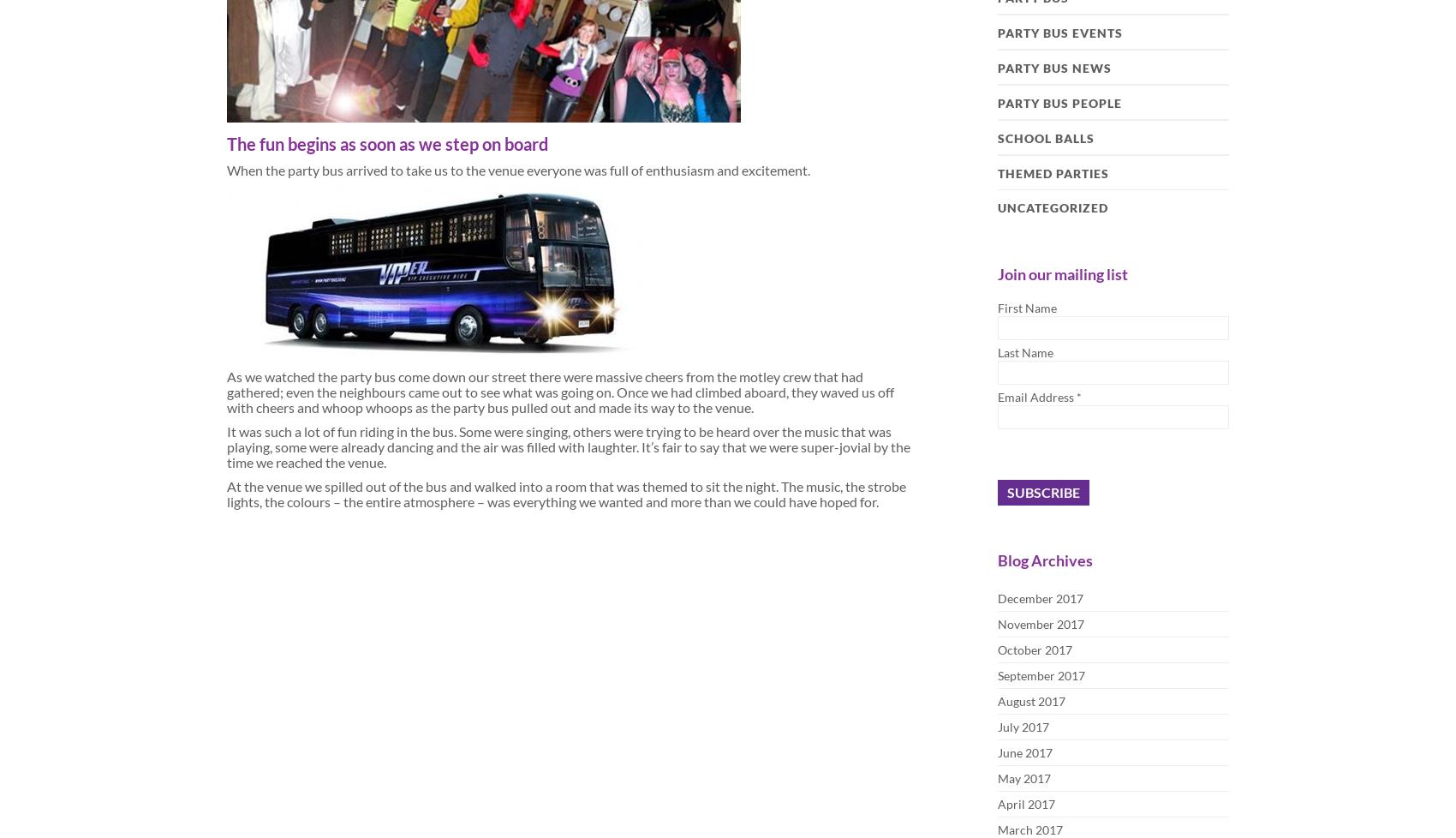 This screenshot has height=838, width=1456. I want to click on 'The fun begins as soon as we step on board', so click(387, 144).